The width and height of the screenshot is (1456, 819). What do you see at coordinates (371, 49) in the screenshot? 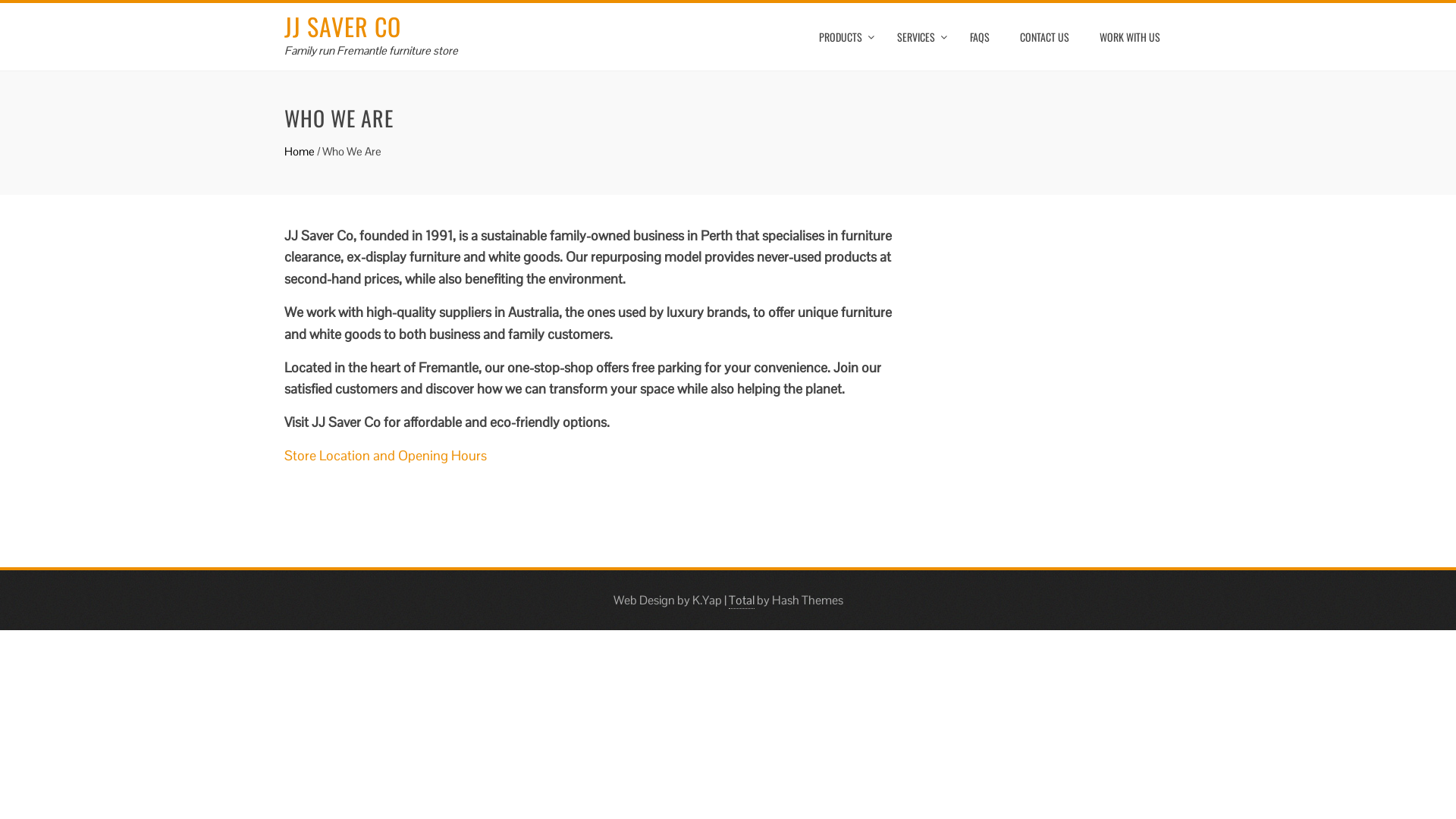
I see `'Family run Fremantle furniture store'` at bounding box center [371, 49].